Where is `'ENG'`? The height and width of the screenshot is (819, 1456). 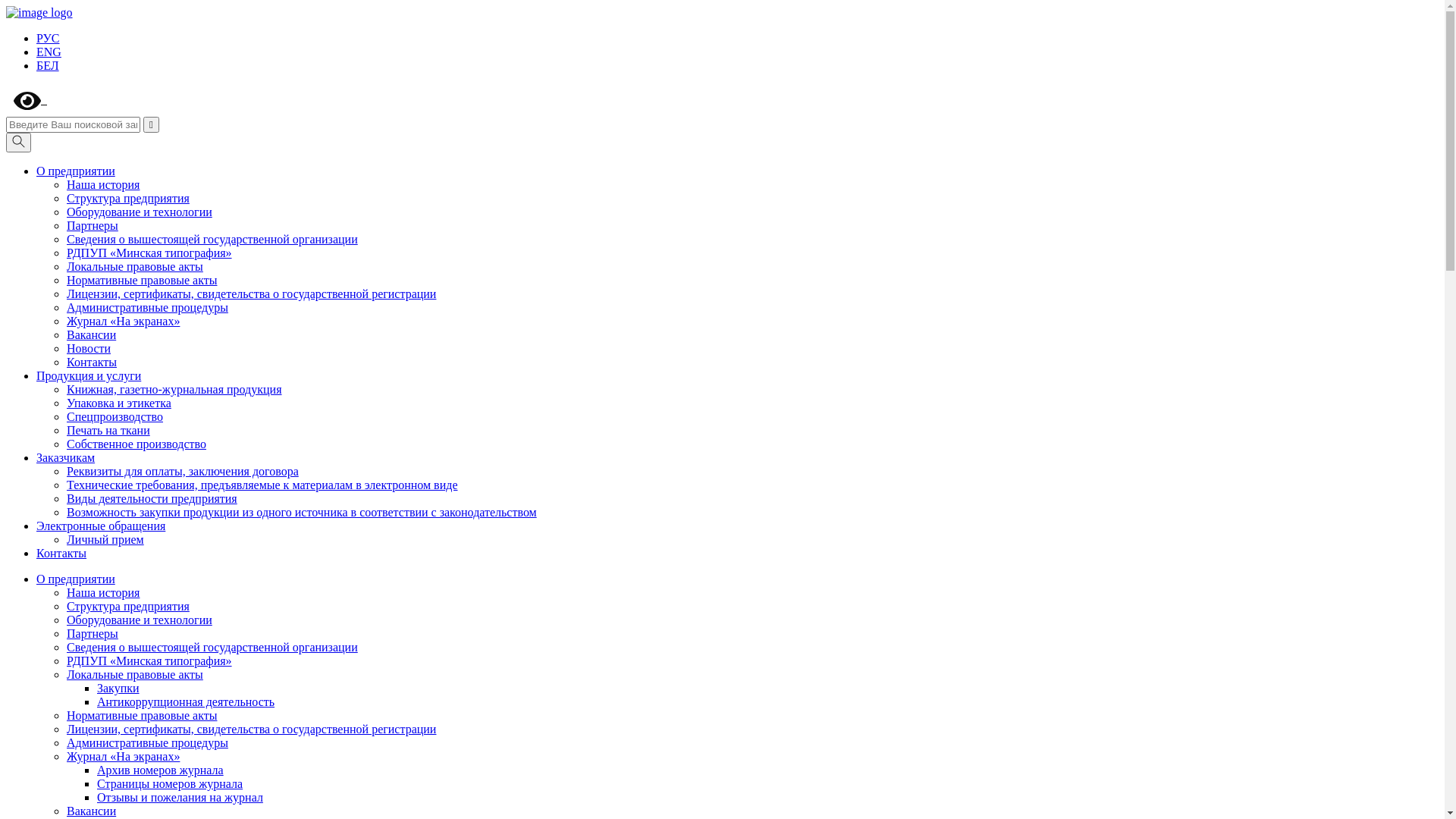 'ENG' is located at coordinates (49, 51).